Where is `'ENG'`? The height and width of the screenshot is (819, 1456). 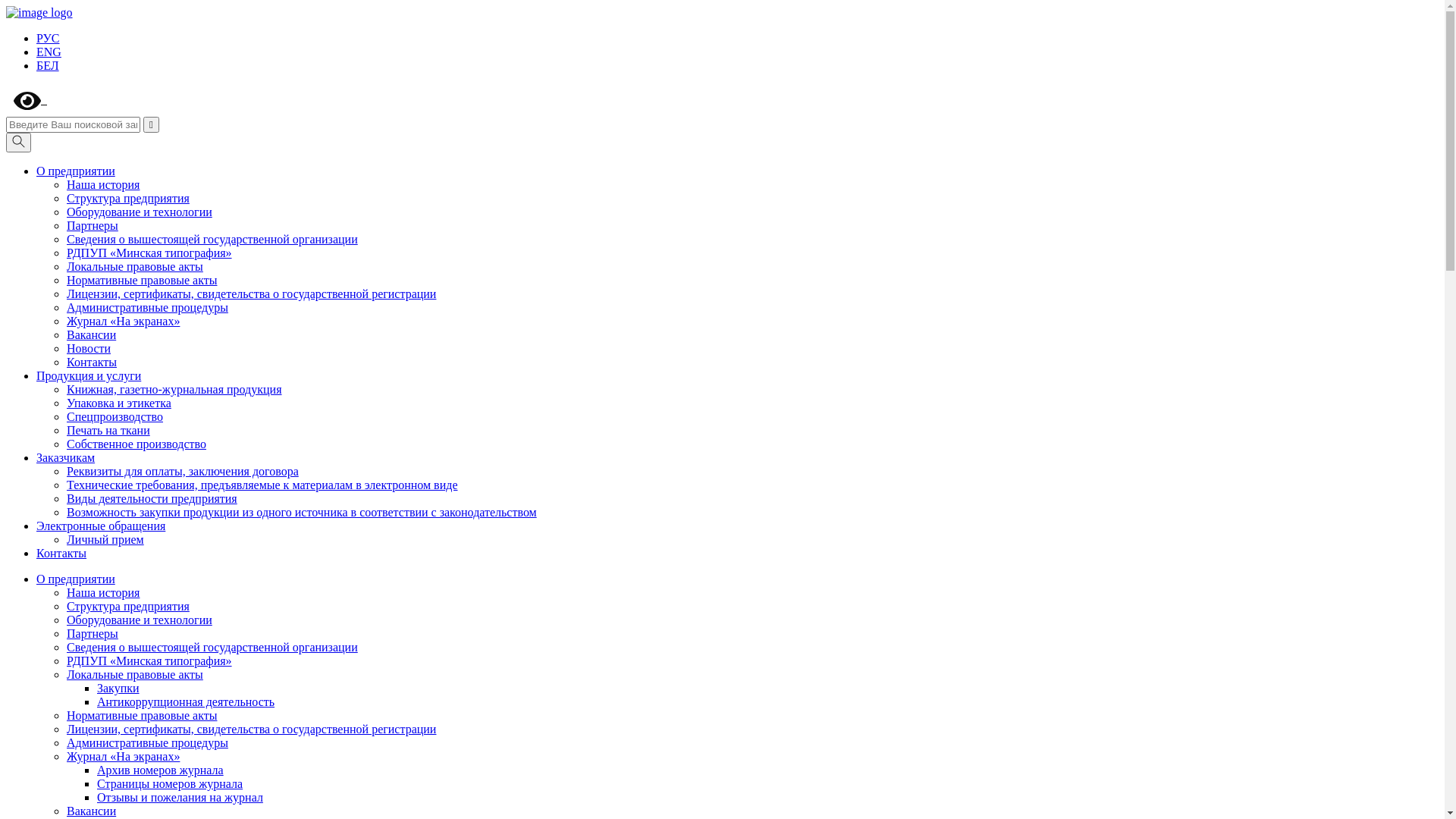 'ENG' is located at coordinates (49, 51).